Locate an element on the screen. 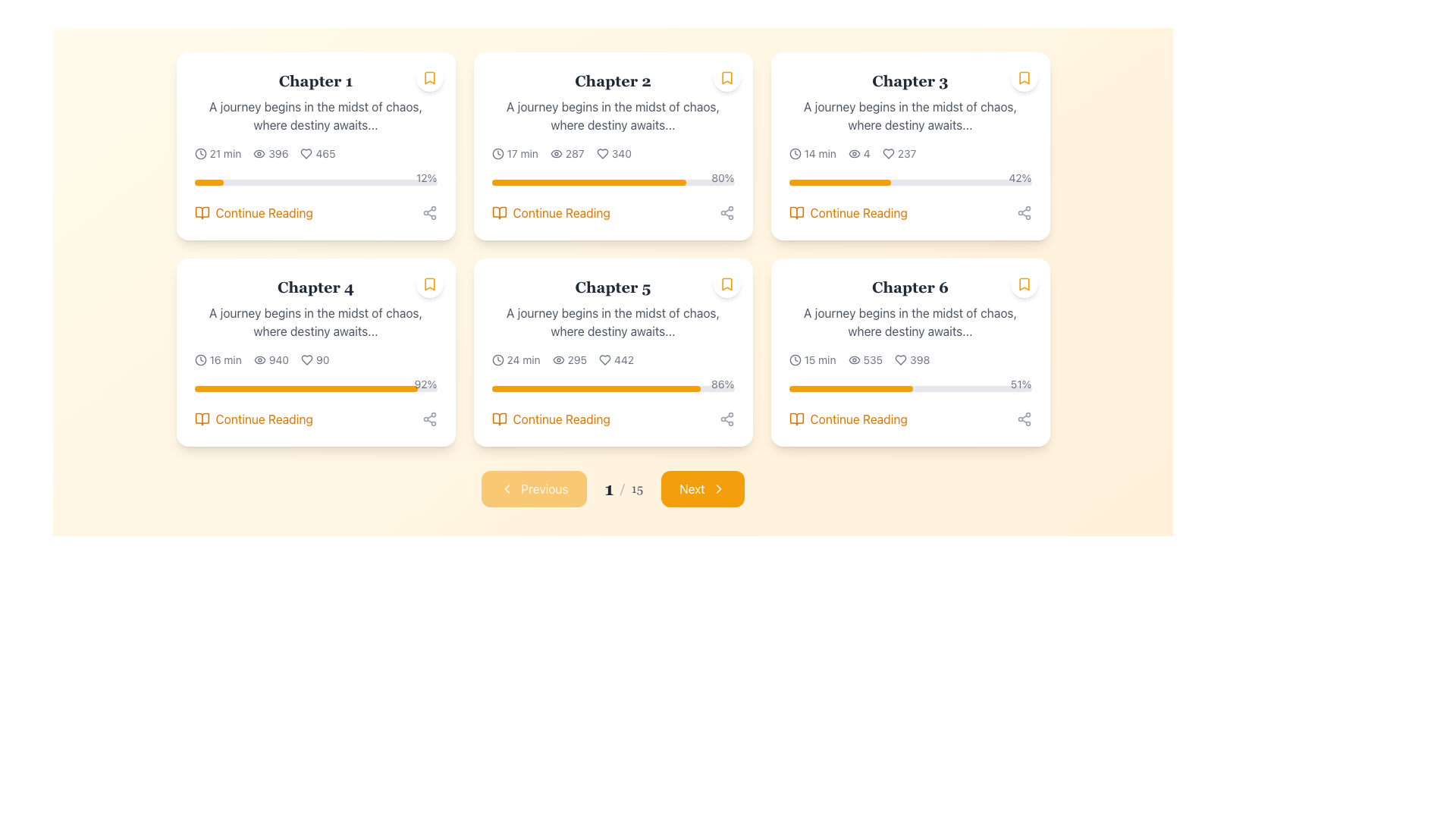 This screenshot has width=1456, height=819. the text label displaying '92%' which is positioned above the right end of a progress bar in the 'Chapter 4' card is located at coordinates (425, 383).